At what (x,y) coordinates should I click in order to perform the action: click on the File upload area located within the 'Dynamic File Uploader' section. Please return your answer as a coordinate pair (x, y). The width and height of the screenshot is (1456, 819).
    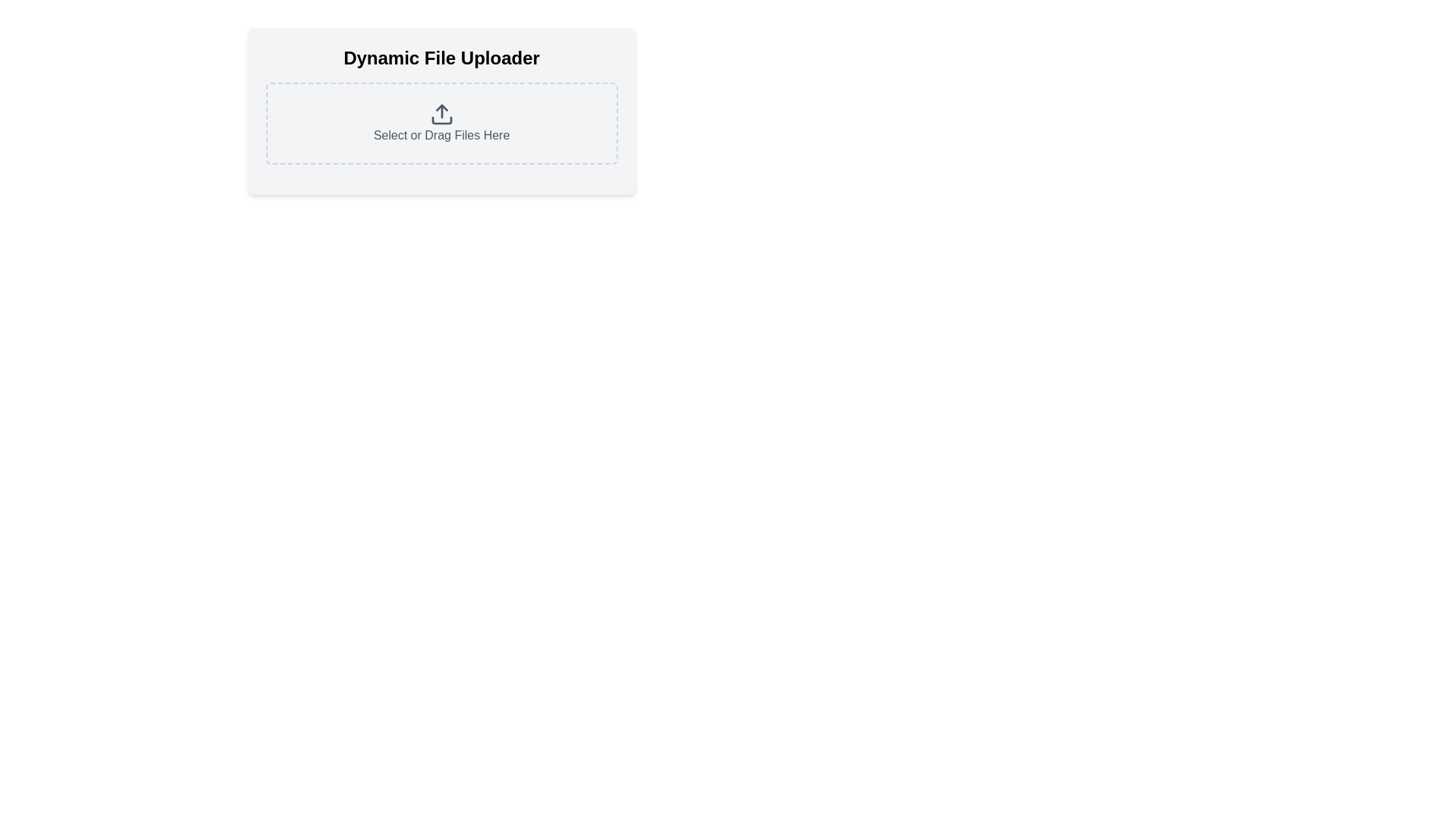
    Looking at the image, I should click on (441, 122).